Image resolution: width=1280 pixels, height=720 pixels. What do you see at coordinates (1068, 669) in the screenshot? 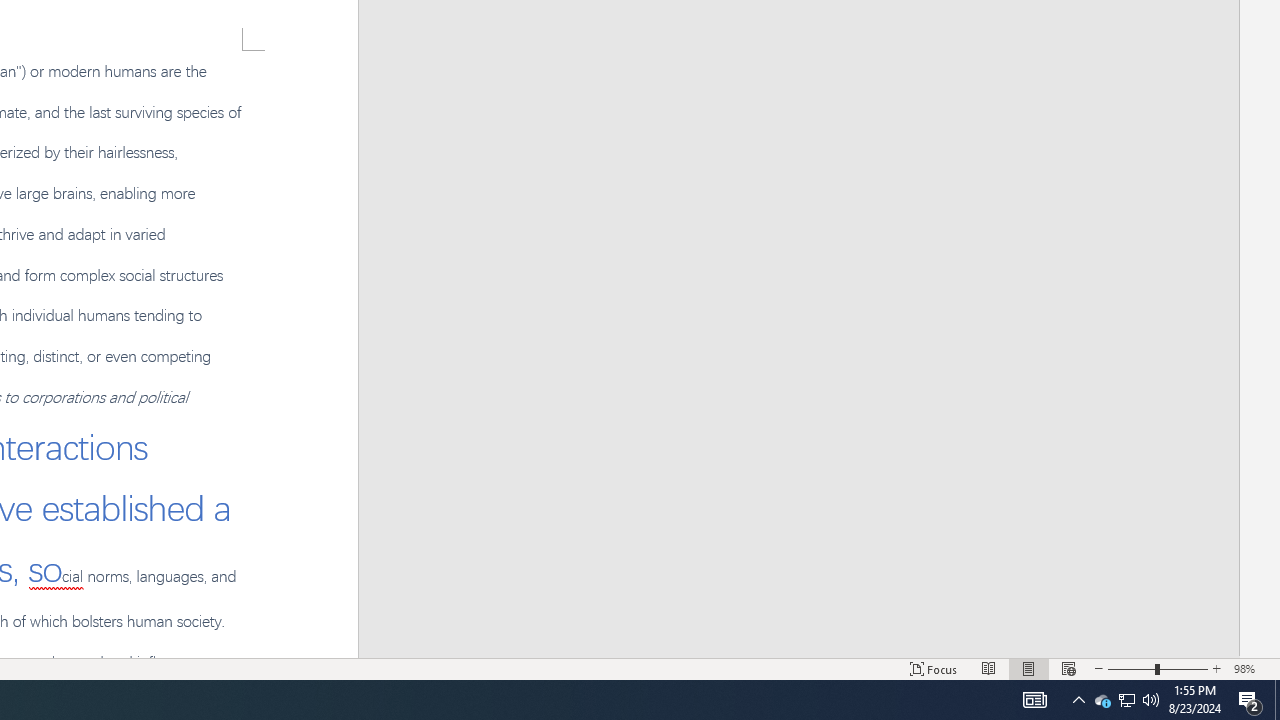
I see `'Web Layout'` at bounding box center [1068, 669].